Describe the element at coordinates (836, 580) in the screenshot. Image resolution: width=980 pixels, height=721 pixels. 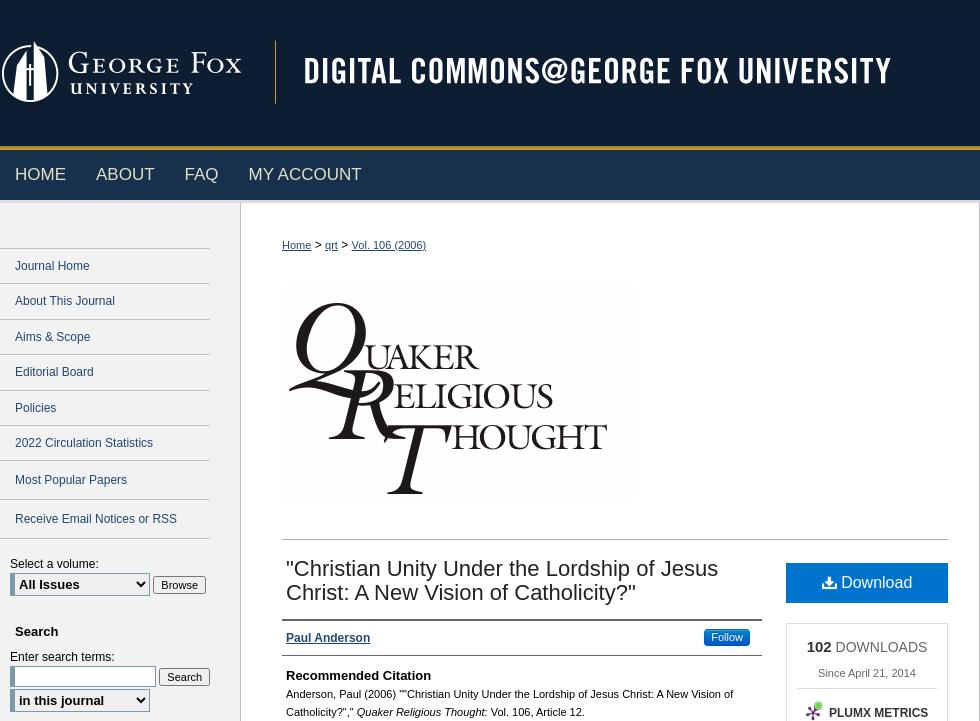
I see `'Download'` at that location.